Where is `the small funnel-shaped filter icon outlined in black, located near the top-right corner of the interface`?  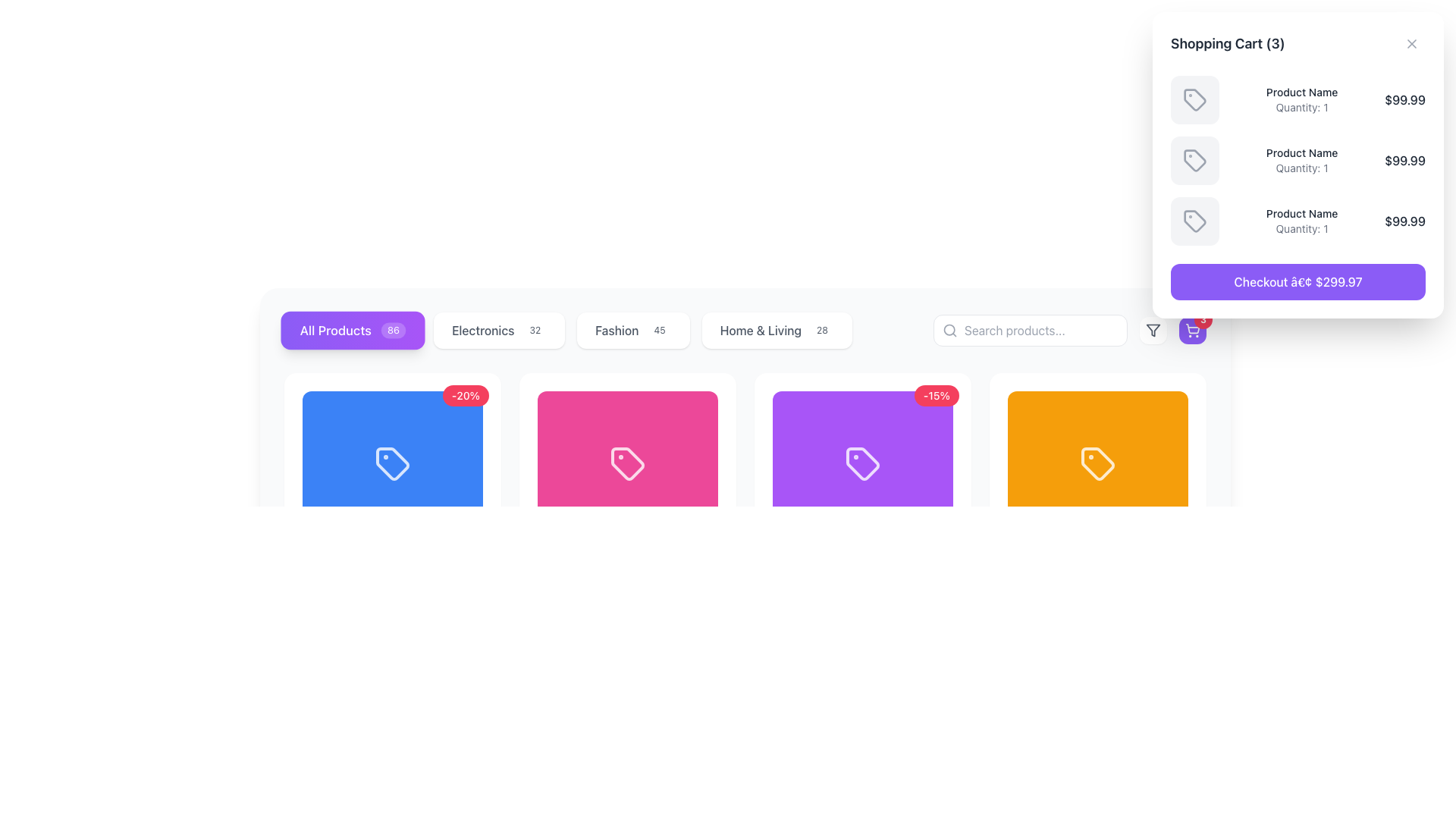
the small funnel-shaped filter icon outlined in black, located near the top-right corner of the interface is located at coordinates (1153, 329).